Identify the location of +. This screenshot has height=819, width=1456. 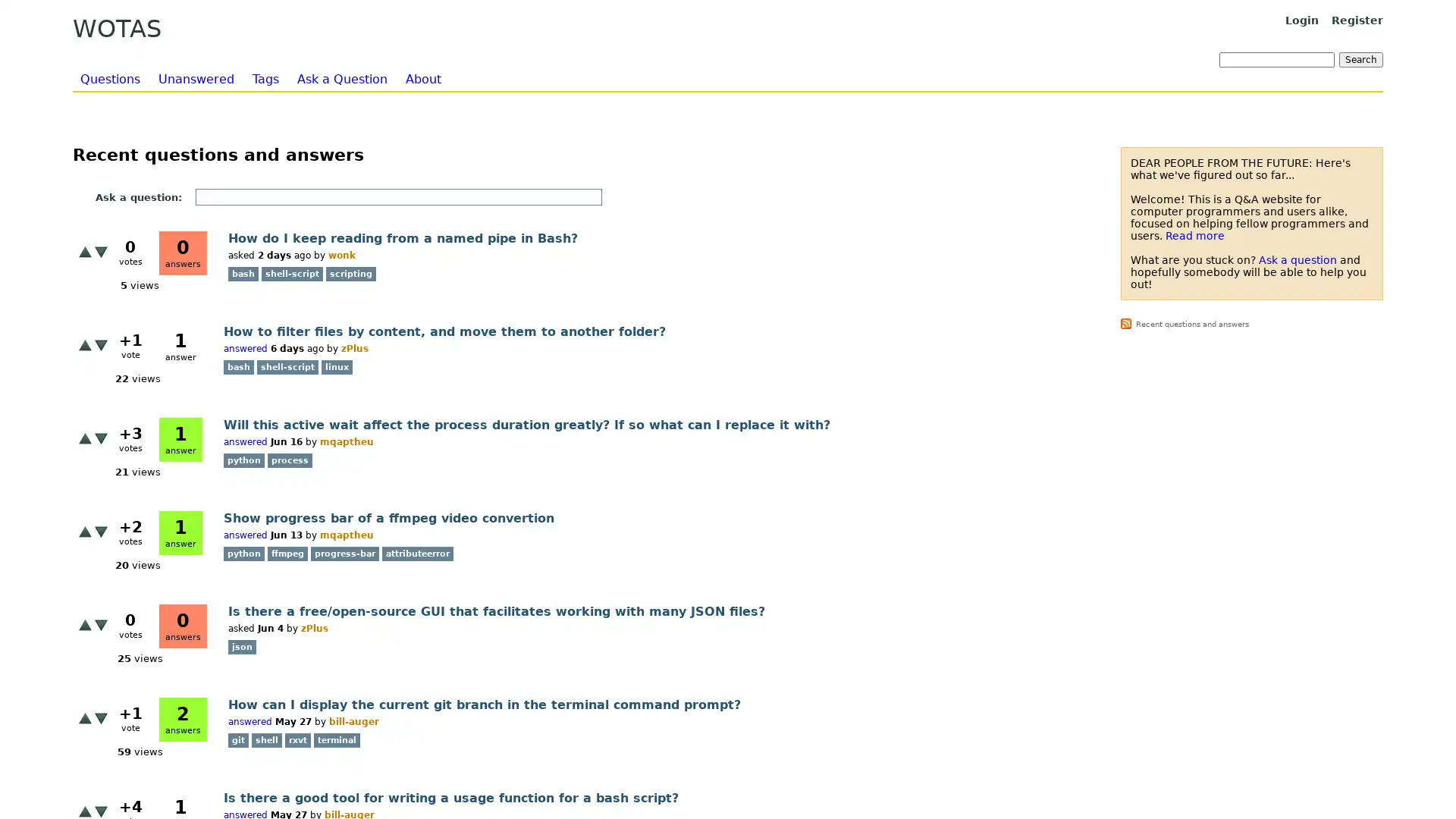
(84, 438).